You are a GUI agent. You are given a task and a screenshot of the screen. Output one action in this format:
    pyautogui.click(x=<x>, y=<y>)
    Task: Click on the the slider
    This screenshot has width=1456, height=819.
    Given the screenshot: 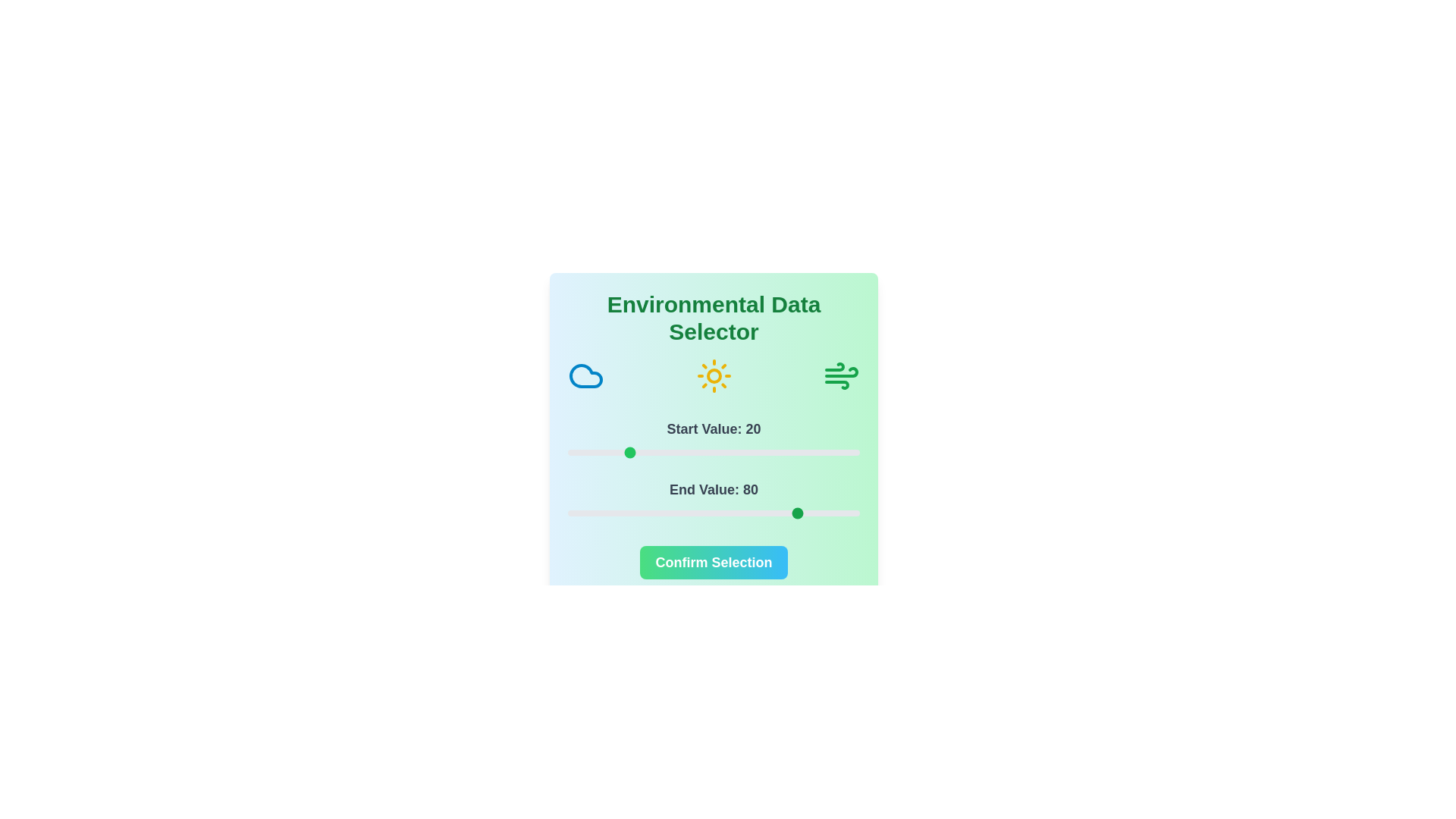 What is the action you would take?
    pyautogui.click(x=635, y=452)
    